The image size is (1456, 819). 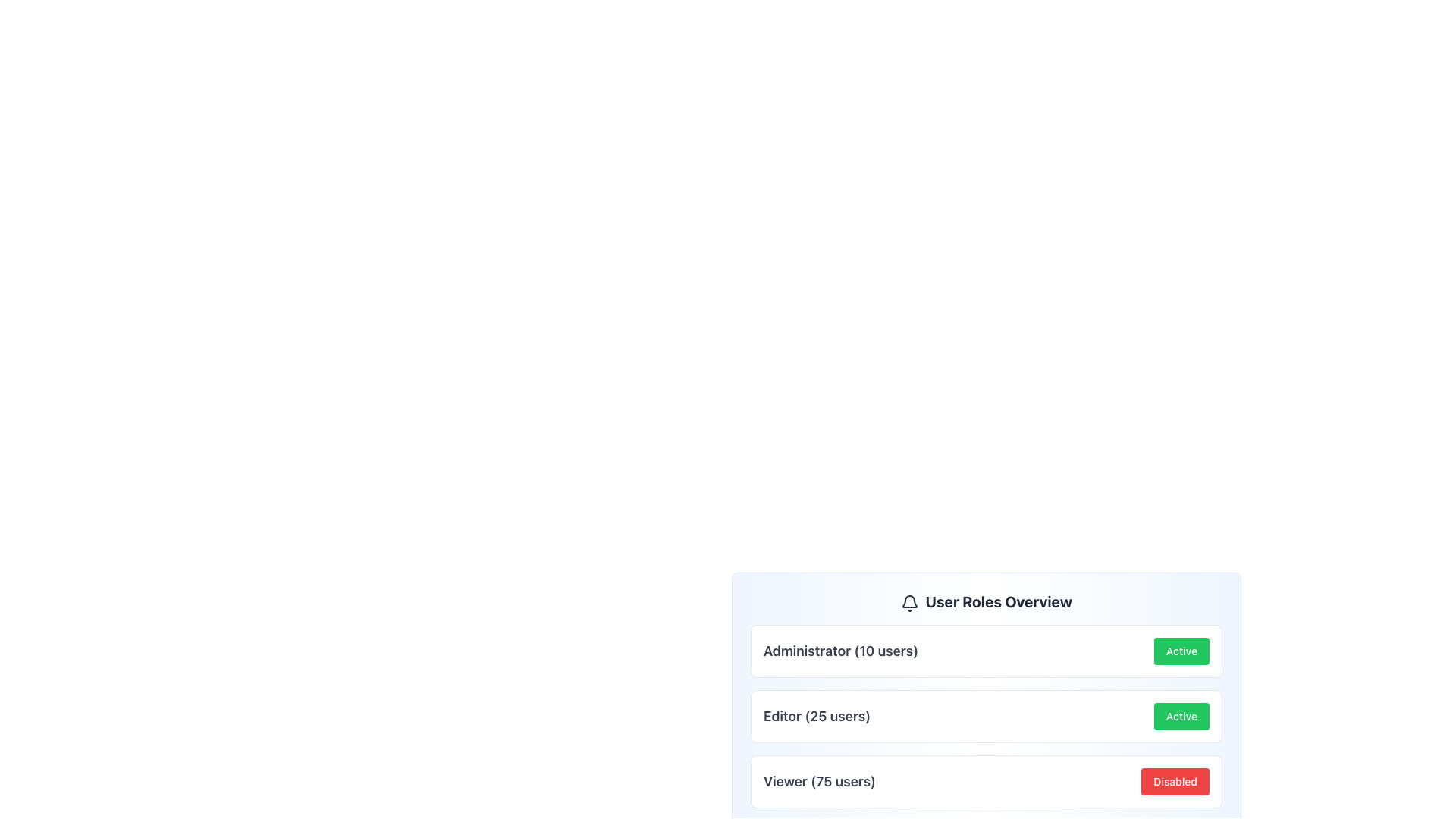 What do you see at coordinates (1181, 717) in the screenshot?
I see `the 'Active' button for the 'Editor' role located in the second row of the 'User Roles Overview' section` at bounding box center [1181, 717].